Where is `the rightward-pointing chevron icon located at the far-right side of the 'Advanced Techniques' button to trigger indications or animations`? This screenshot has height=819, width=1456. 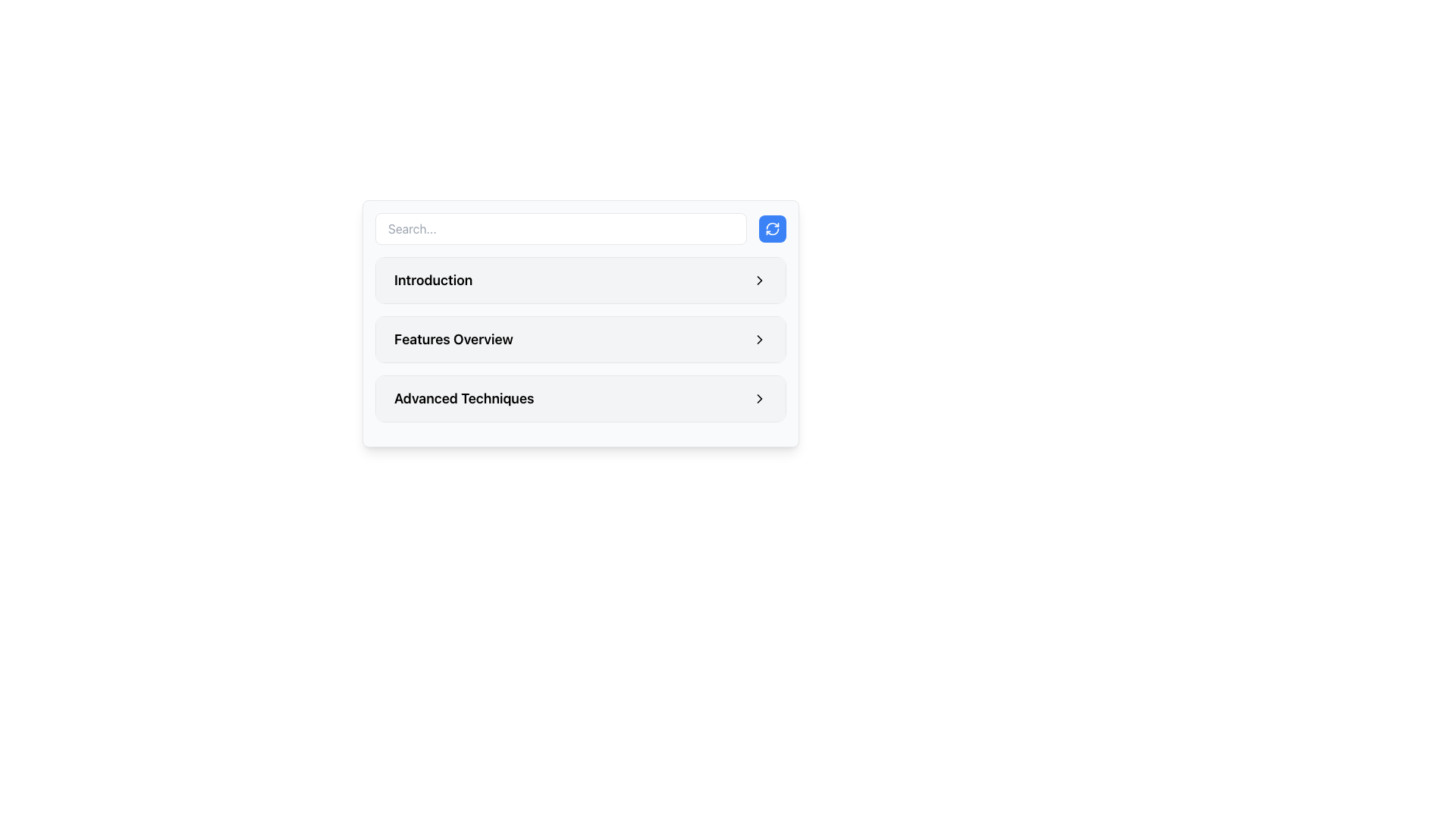
the rightward-pointing chevron icon located at the far-right side of the 'Advanced Techniques' button to trigger indications or animations is located at coordinates (760, 397).